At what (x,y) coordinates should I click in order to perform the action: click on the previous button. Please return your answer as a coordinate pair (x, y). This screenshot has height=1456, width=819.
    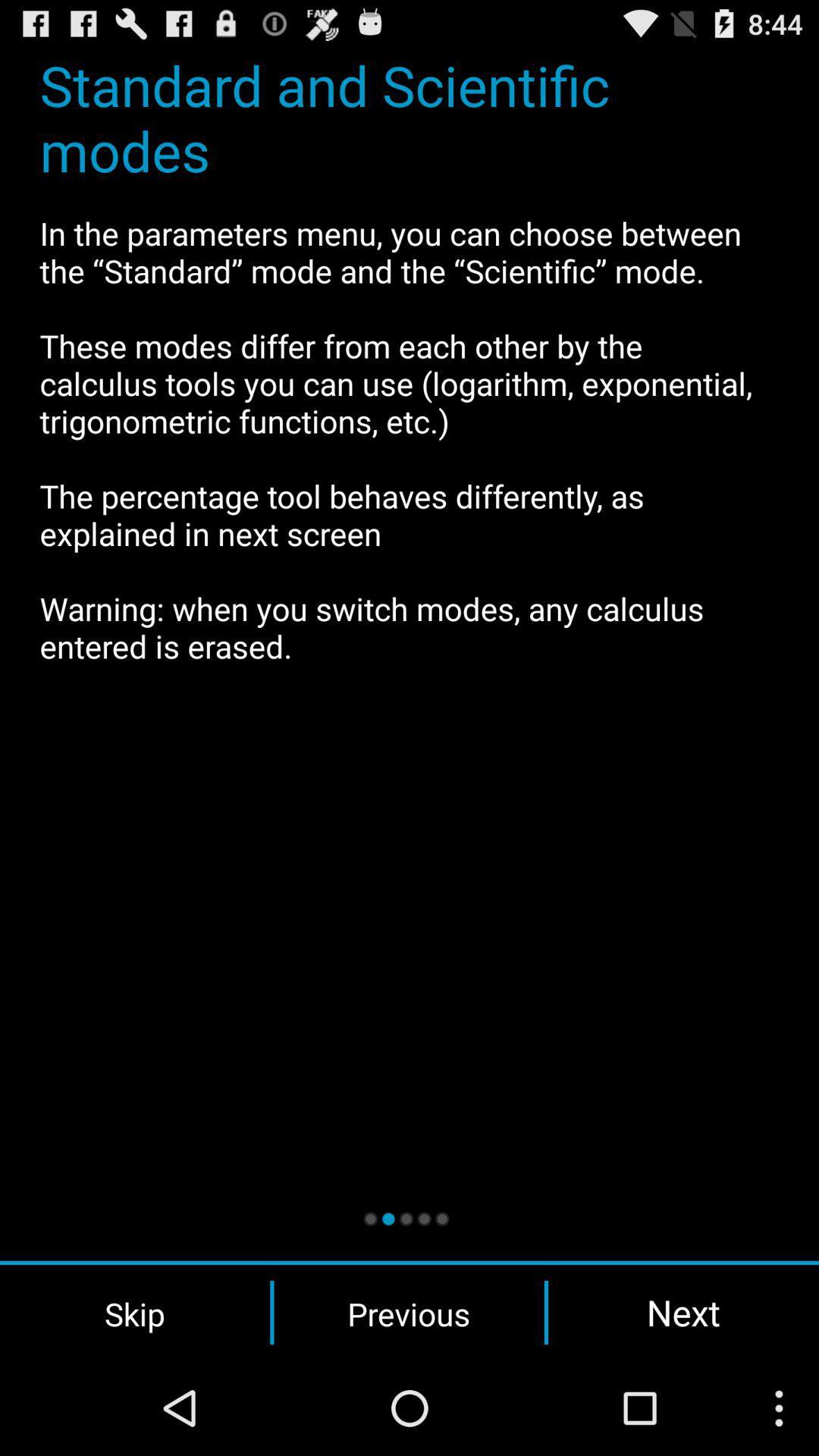
    Looking at the image, I should click on (408, 1312).